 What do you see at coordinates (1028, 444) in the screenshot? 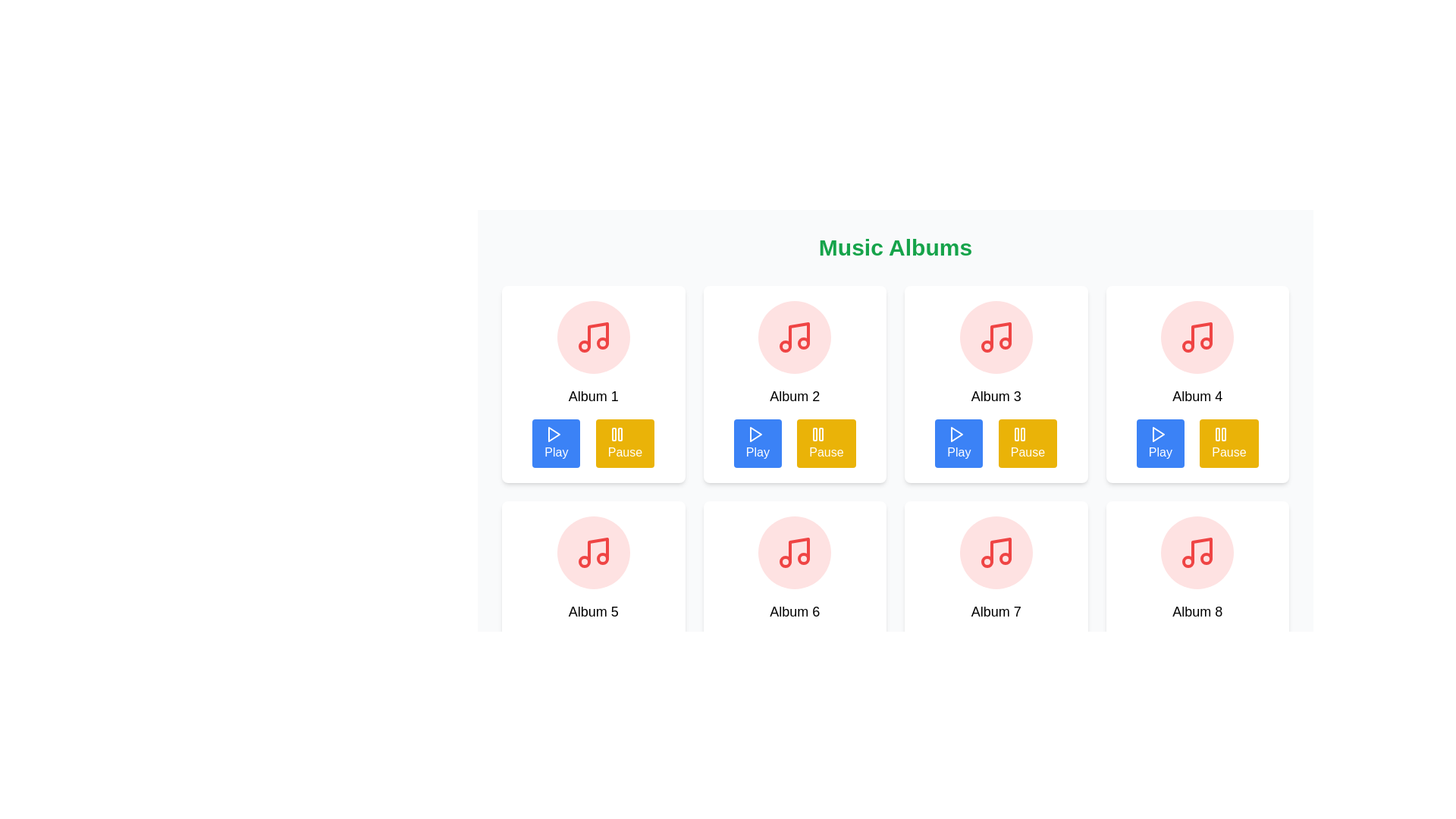
I see `the pause button located within the horizontal group of buttons below 'Album 3'` at bounding box center [1028, 444].